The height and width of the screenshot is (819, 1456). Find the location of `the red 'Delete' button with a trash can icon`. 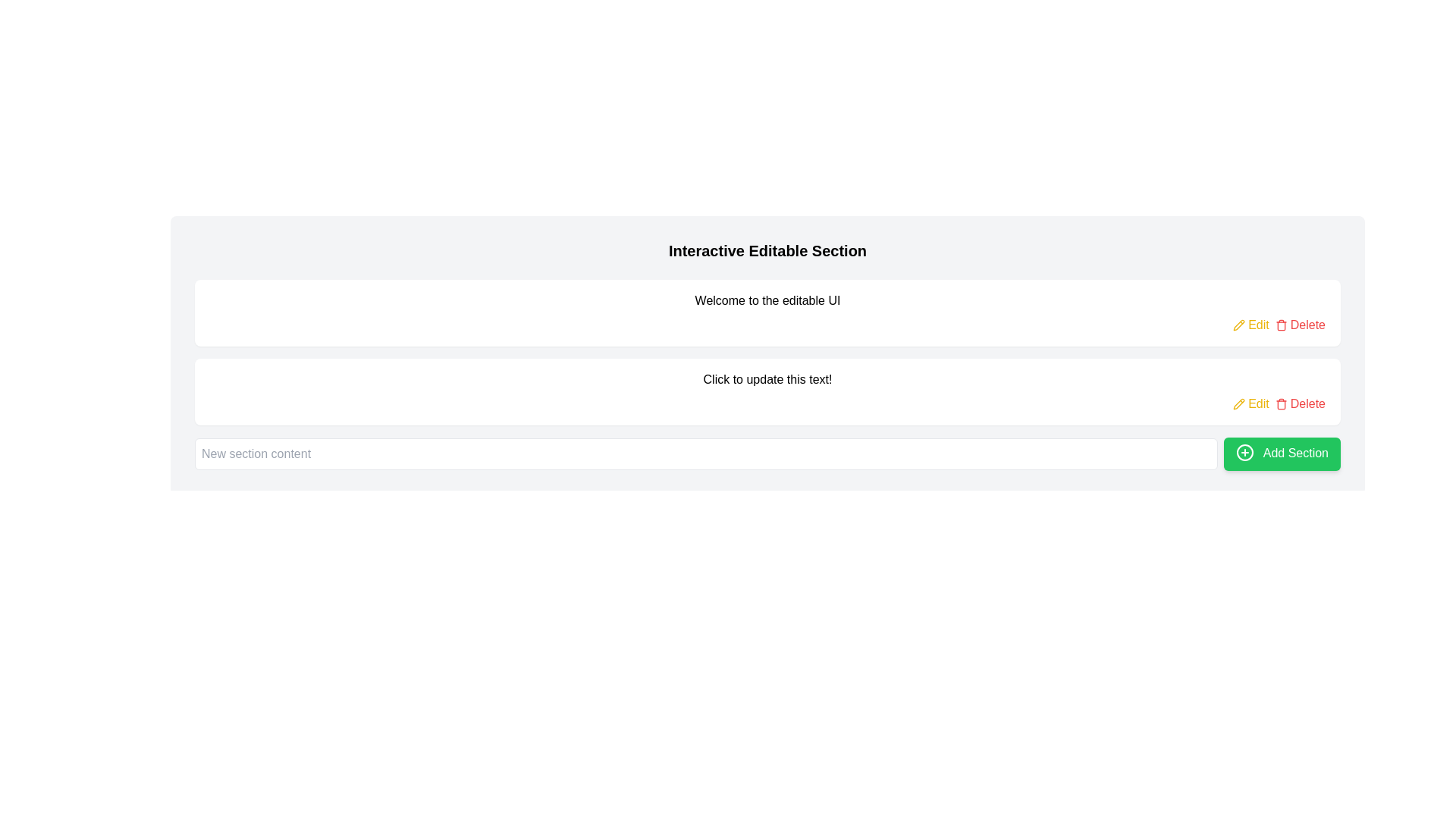

the red 'Delete' button with a trash can icon is located at coordinates (1299, 403).